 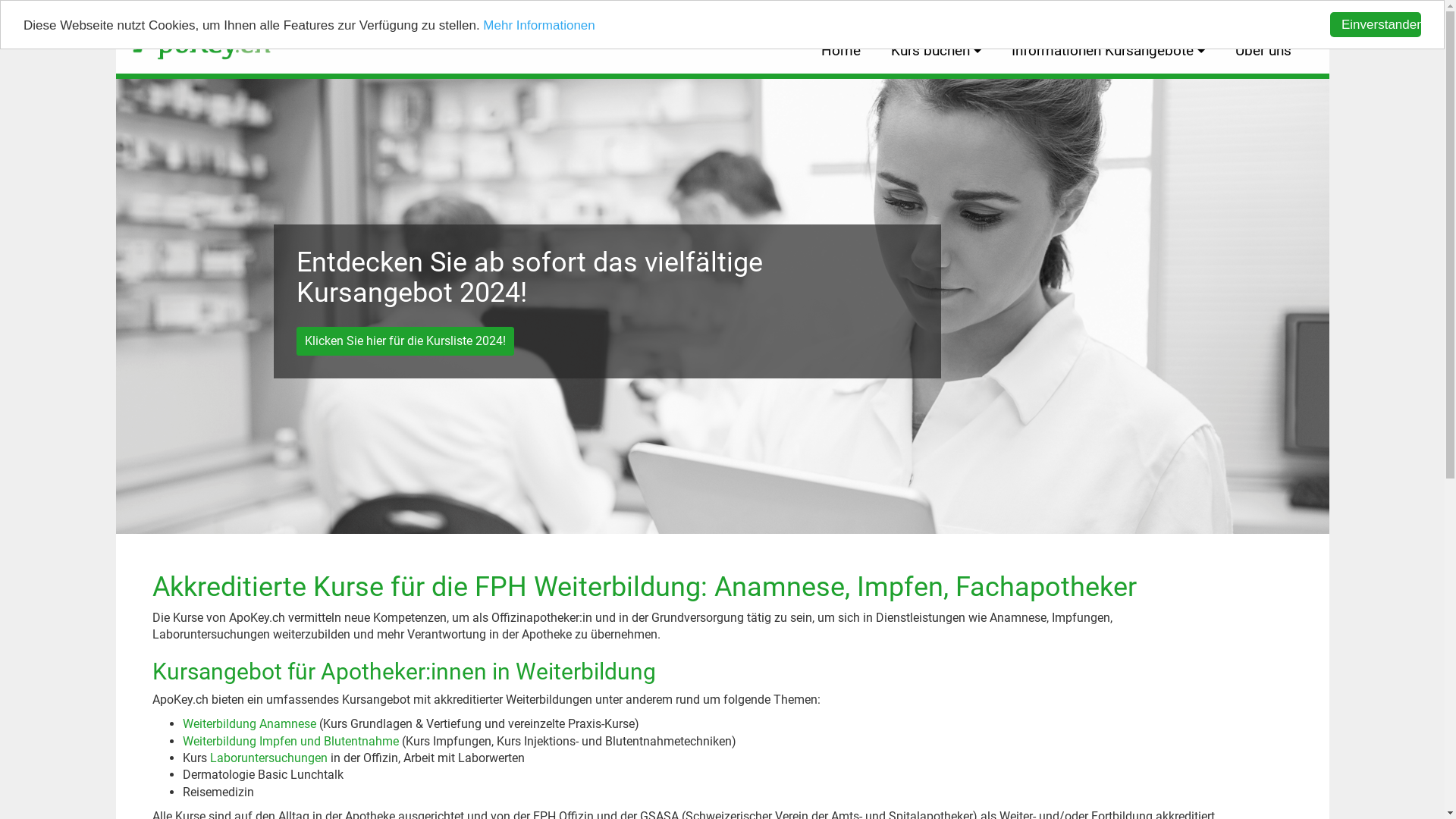 I want to click on 'Home', so click(x=839, y=50).